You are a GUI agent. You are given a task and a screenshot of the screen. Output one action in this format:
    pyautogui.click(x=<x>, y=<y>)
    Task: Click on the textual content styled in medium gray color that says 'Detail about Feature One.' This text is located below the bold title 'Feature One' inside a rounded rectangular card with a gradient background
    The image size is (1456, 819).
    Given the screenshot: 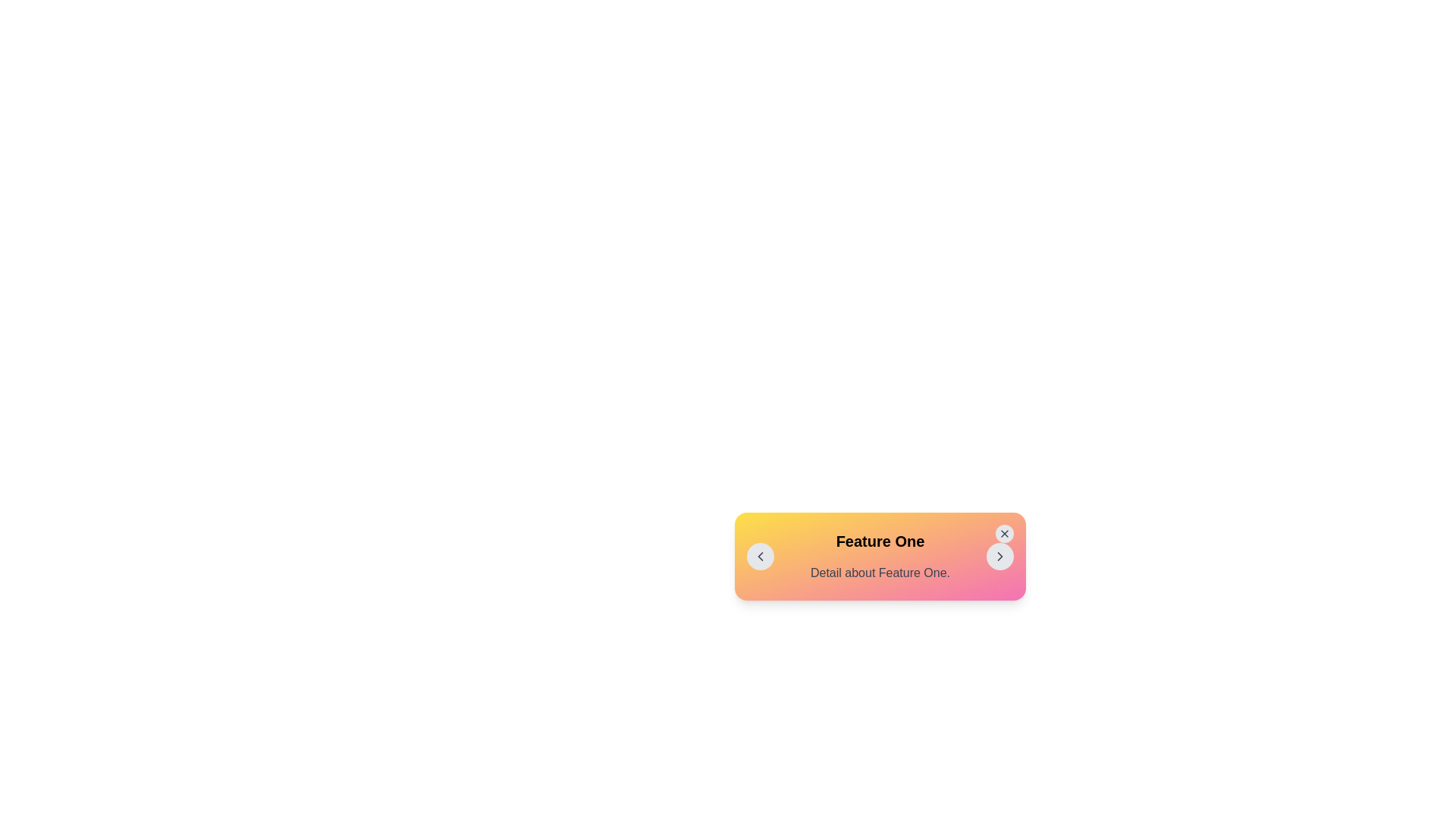 What is the action you would take?
    pyautogui.click(x=880, y=573)
    